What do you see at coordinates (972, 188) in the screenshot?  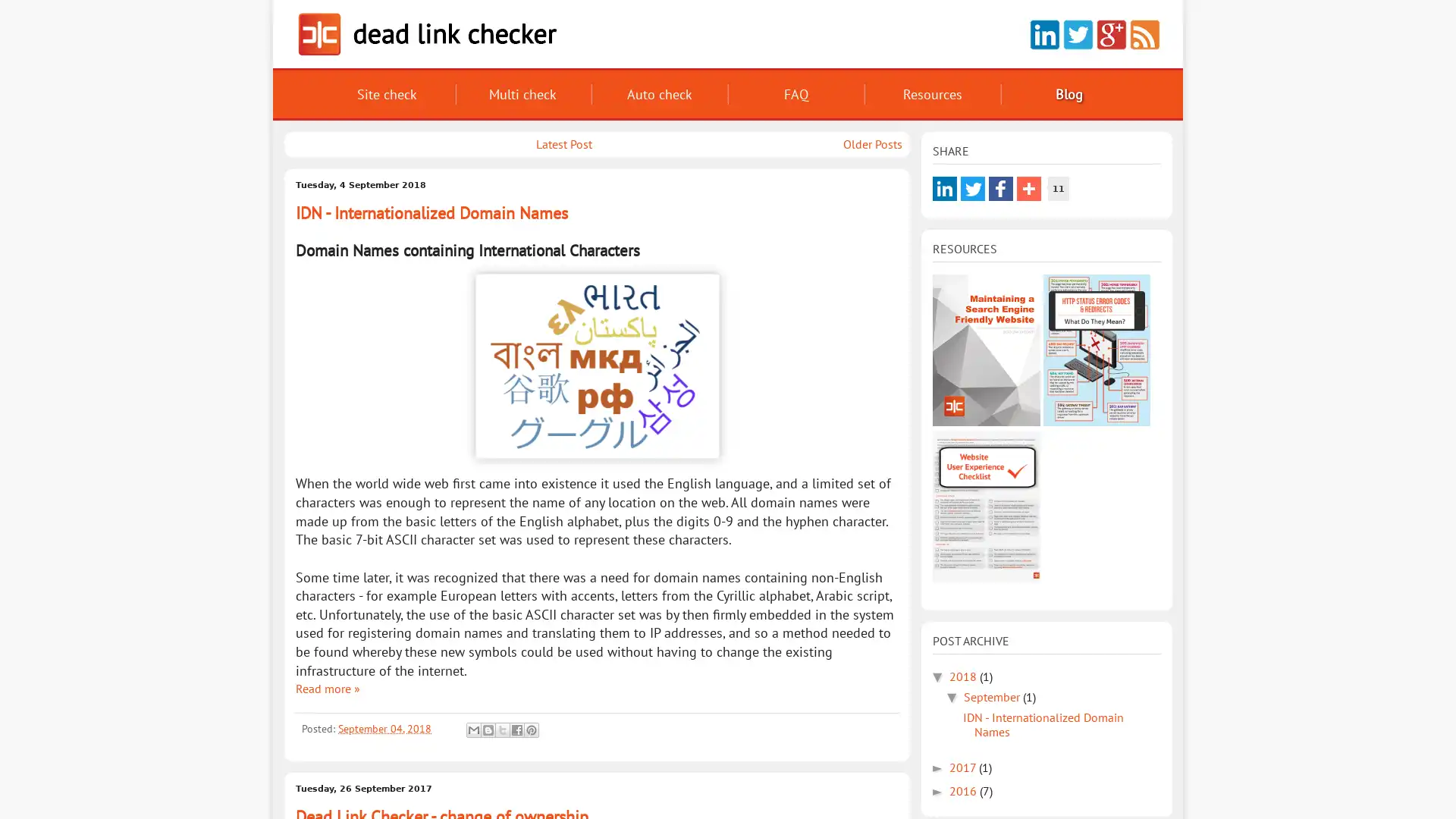 I see `Share to Twitter` at bounding box center [972, 188].